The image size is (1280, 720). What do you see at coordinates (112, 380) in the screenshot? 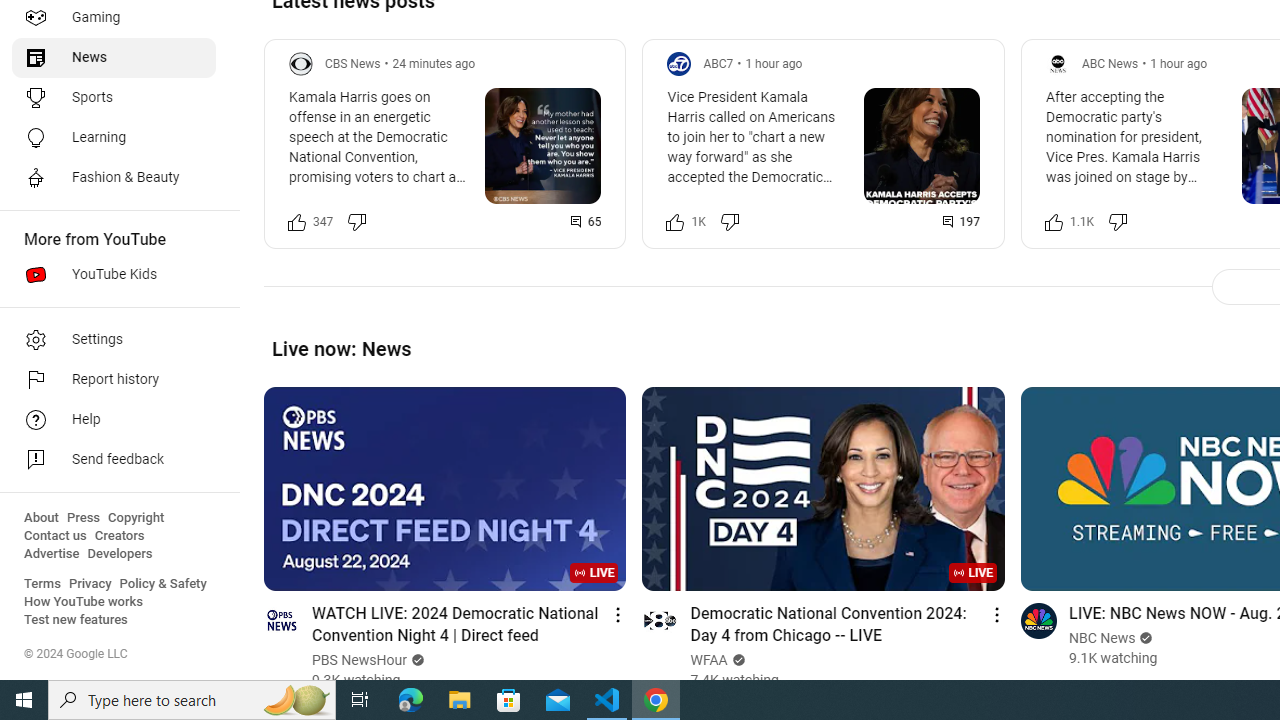
I see `'Report history'` at bounding box center [112, 380].